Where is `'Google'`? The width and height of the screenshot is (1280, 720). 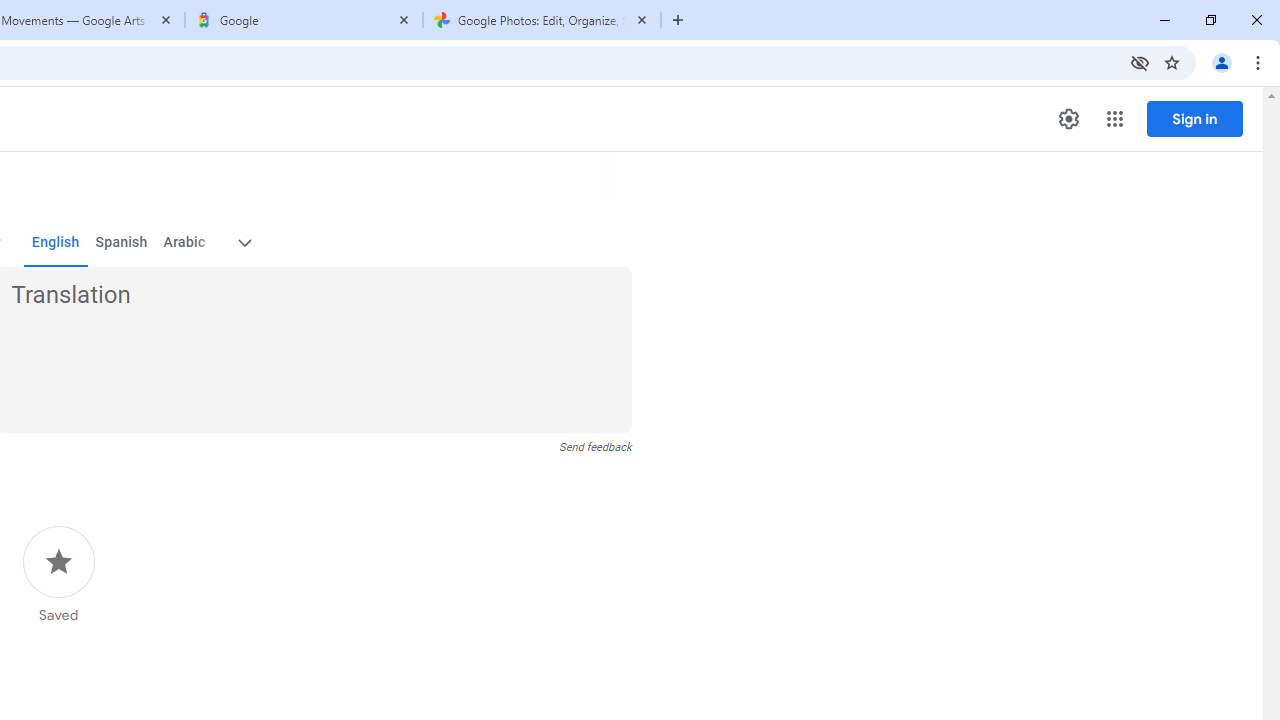
'Google' is located at coordinates (303, 20).